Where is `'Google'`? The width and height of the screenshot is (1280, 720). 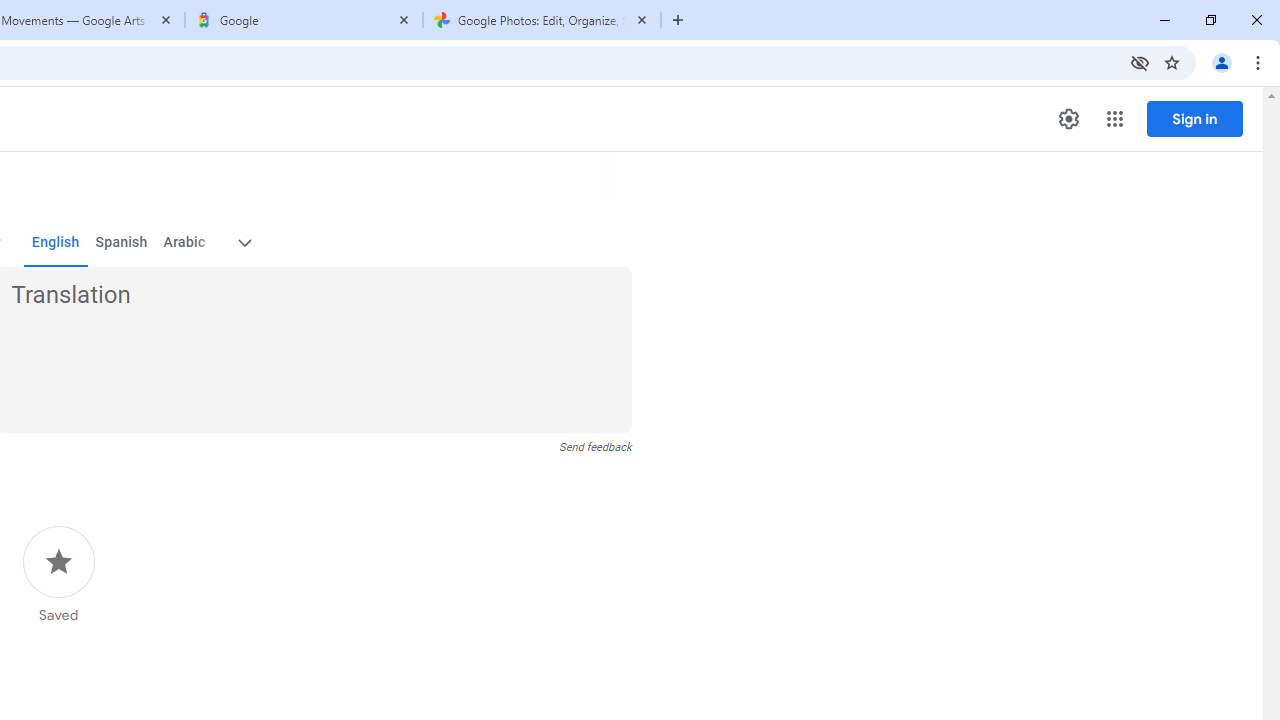
'Google' is located at coordinates (303, 20).